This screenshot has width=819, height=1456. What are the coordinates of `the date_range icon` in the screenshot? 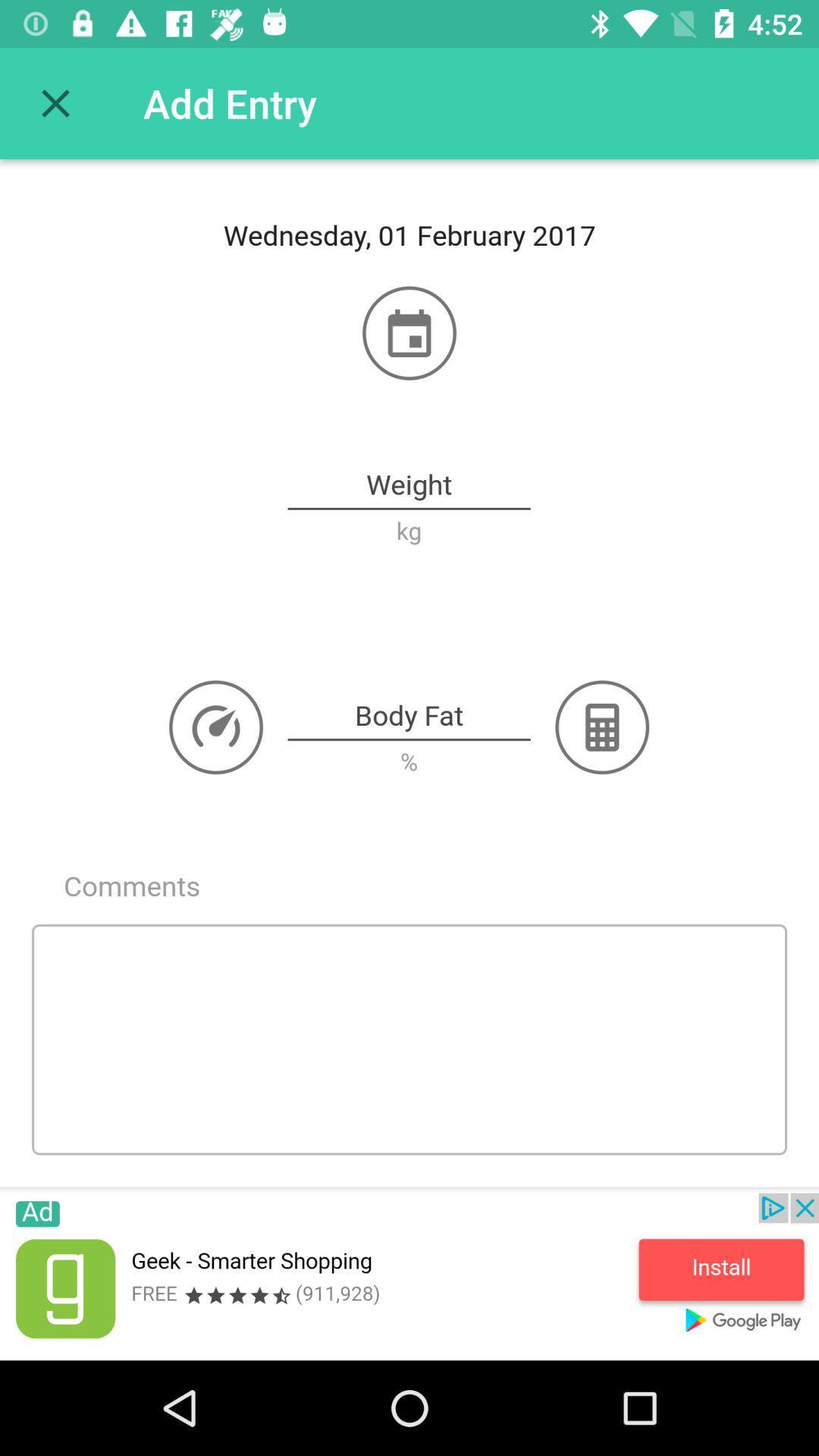 It's located at (409, 332).